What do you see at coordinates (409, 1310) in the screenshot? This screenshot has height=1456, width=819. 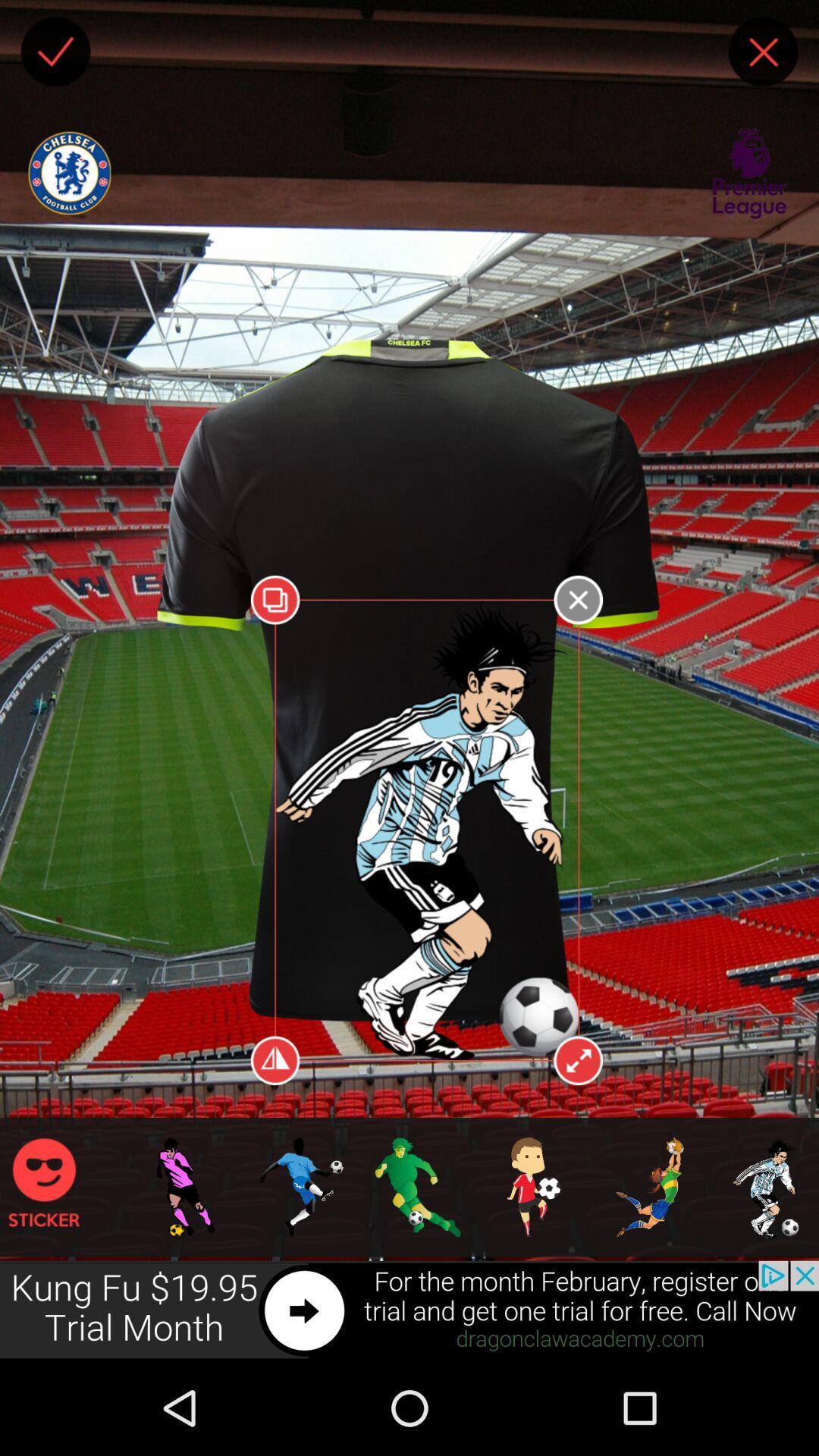 I see `new advertisement open box` at bounding box center [409, 1310].